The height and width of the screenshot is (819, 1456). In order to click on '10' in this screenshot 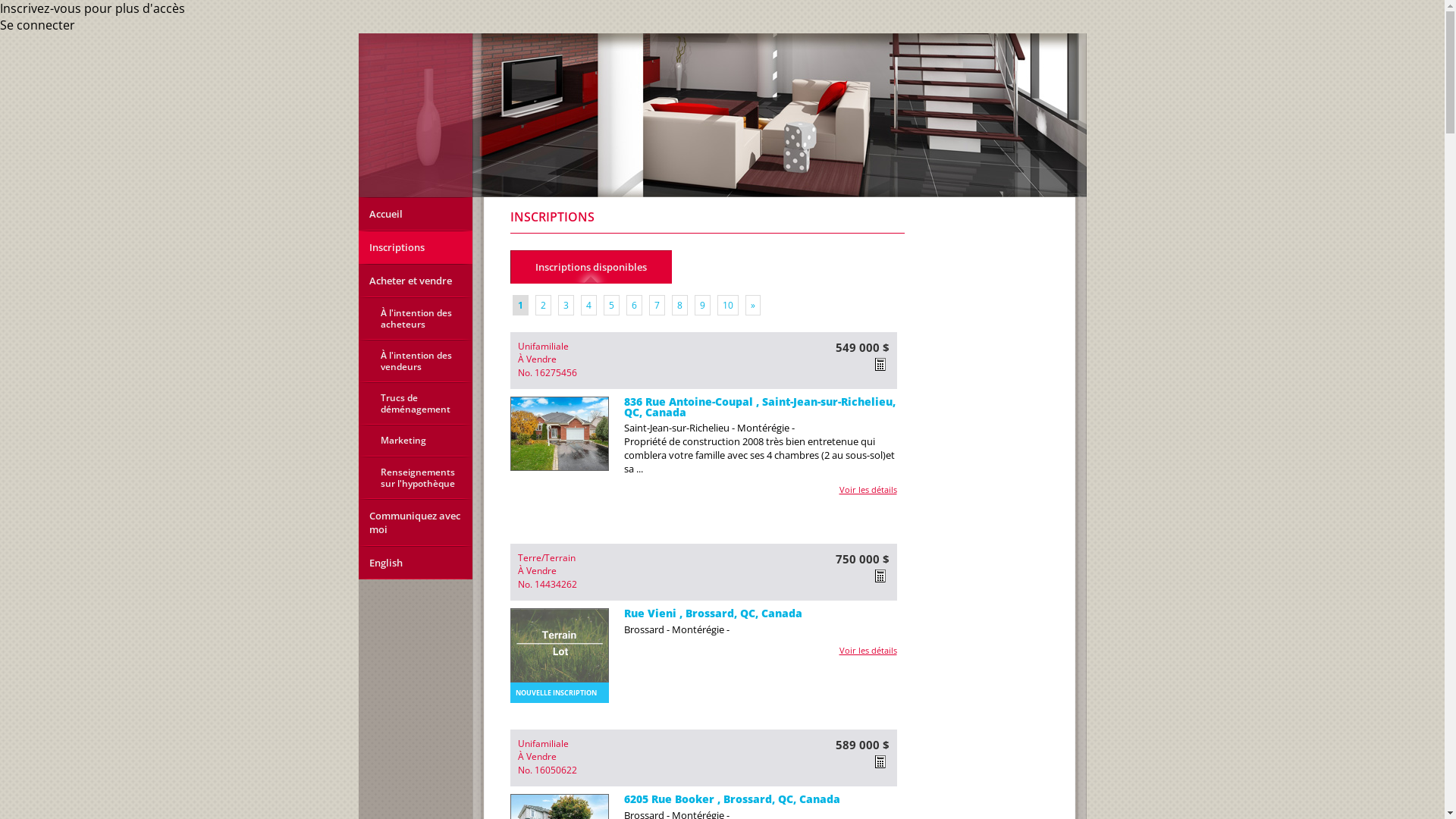, I will do `click(728, 305)`.